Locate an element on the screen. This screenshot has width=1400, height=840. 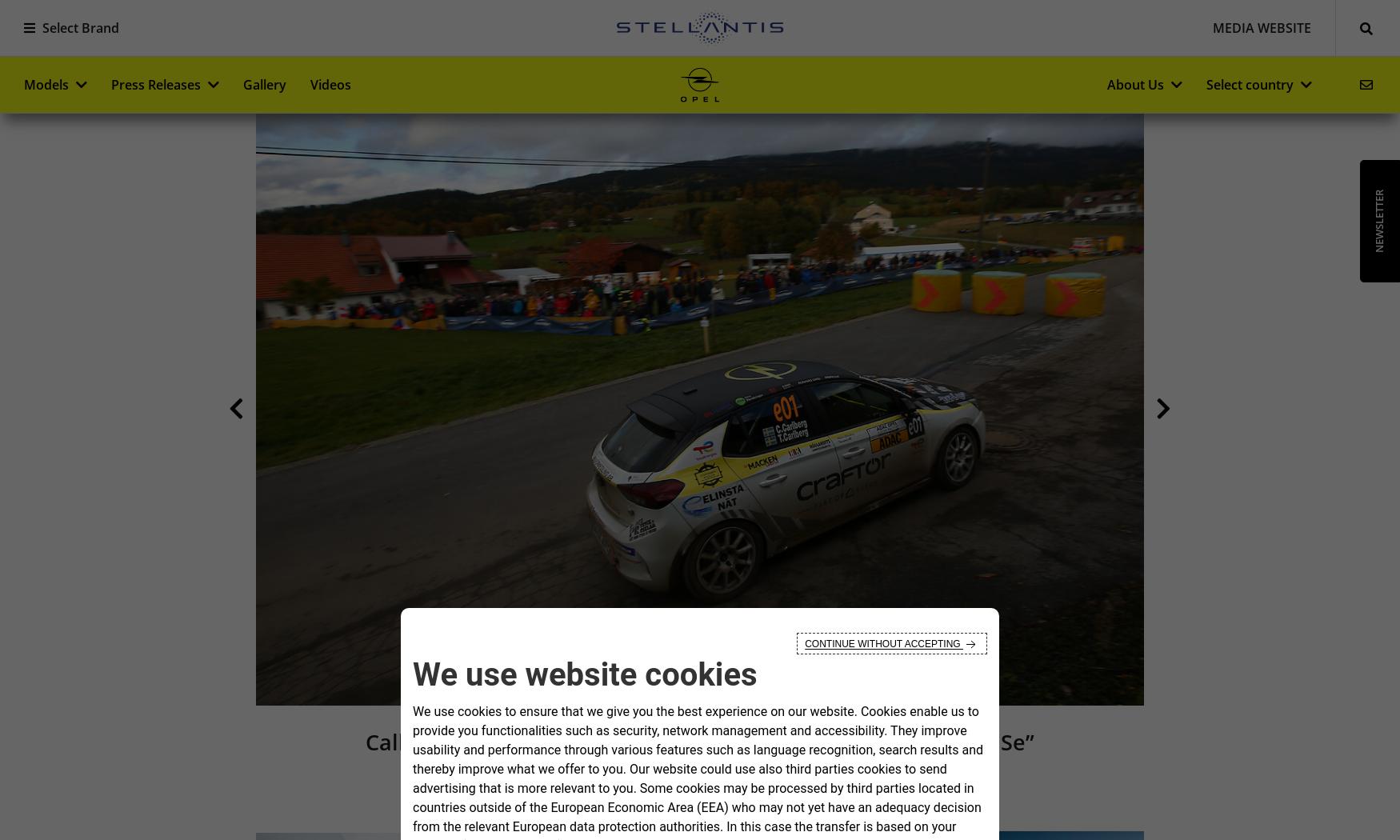
'Select Brand' is located at coordinates (80, 27).